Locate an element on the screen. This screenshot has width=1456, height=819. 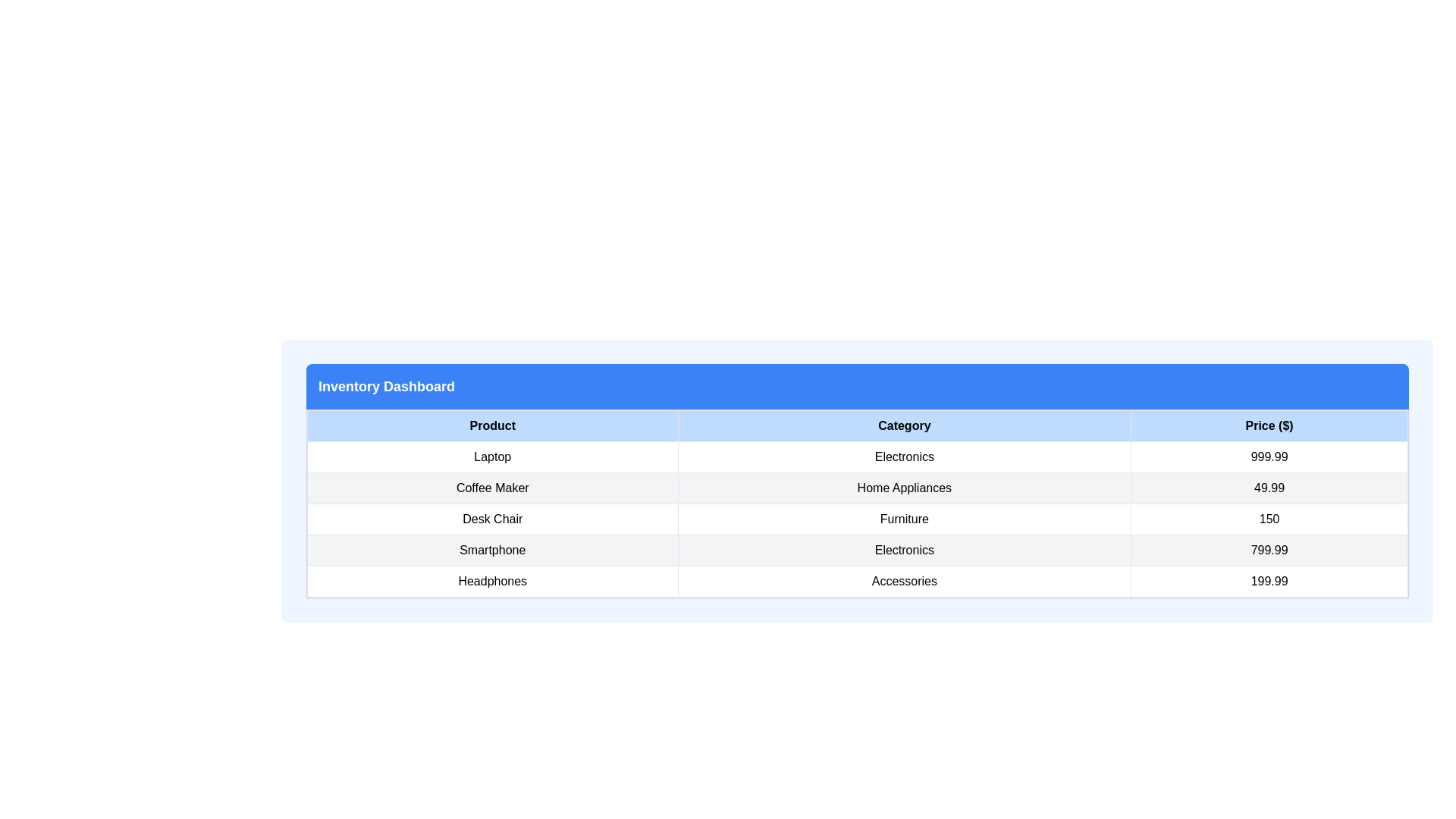
the text display element that shows 'Coffee Maker', which is the first cell in the second row of the table under the 'Product' heading is located at coordinates (492, 488).